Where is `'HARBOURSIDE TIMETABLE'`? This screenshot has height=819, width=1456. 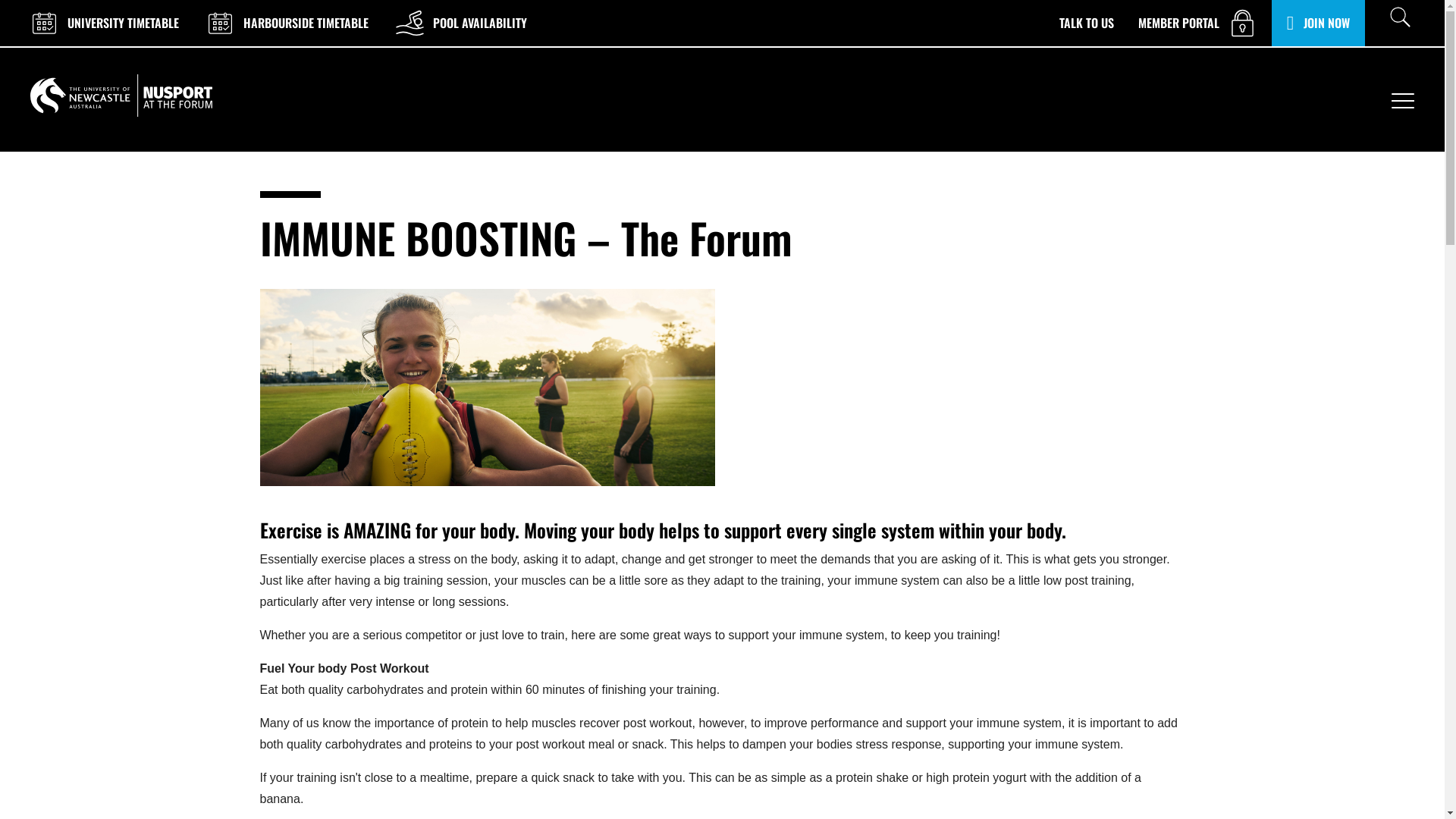 'HARBOURSIDE TIMETABLE' is located at coordinates (286, 23).